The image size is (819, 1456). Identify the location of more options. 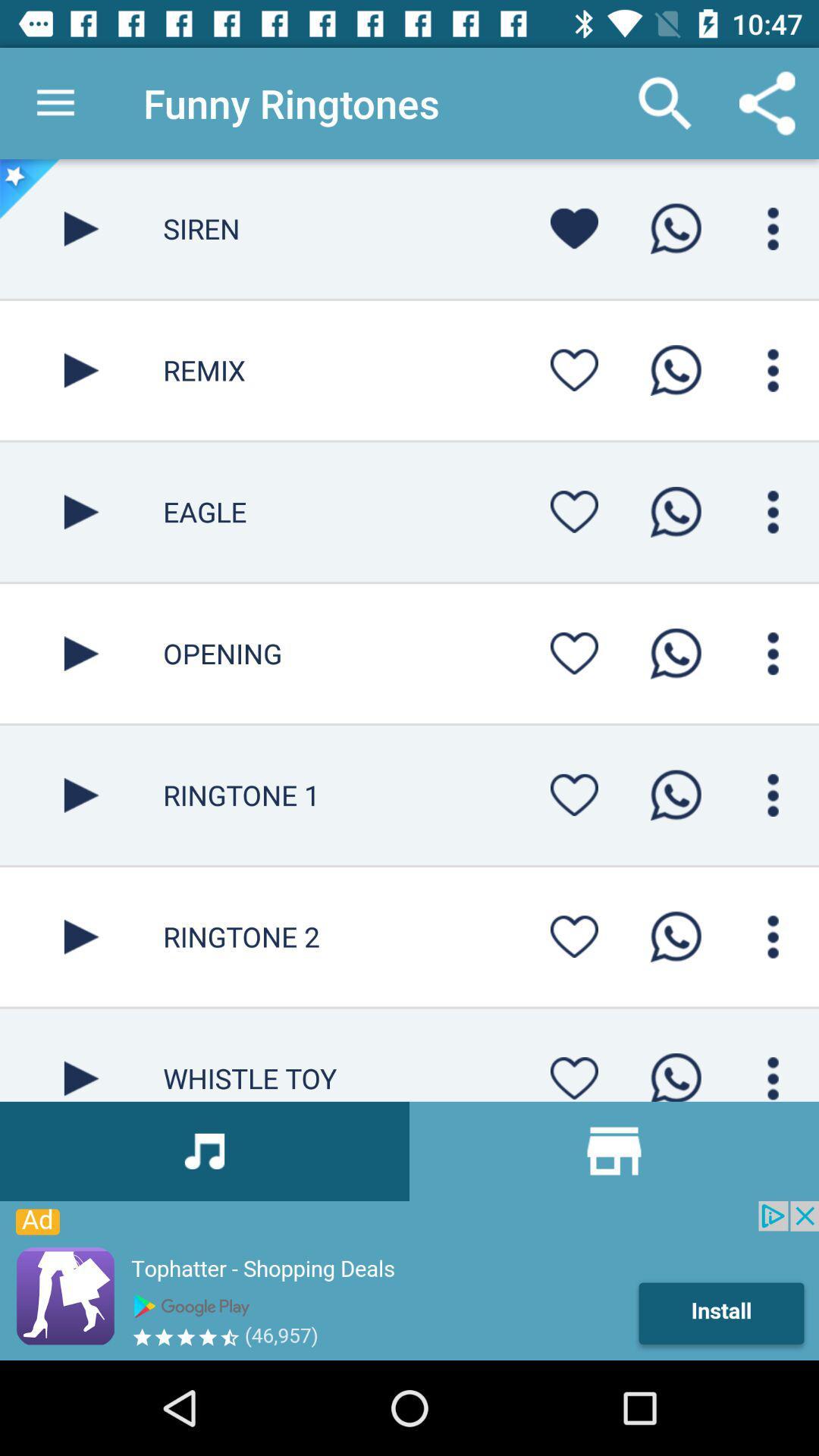
(773, 227).